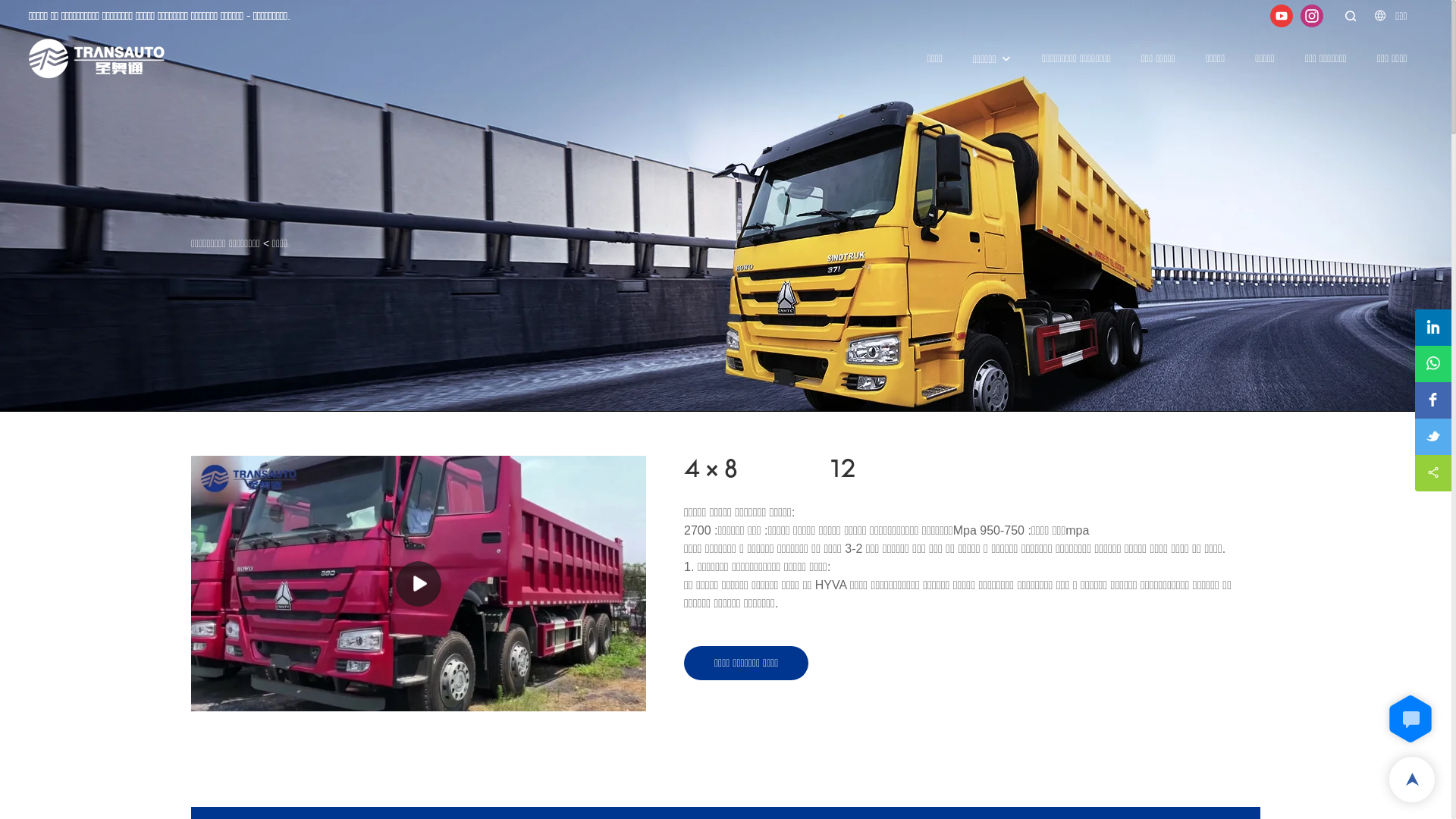 Image resolution: width=1456 pixels, height=819 pixels. I want to click on 'instagram', so click(1310, 14).